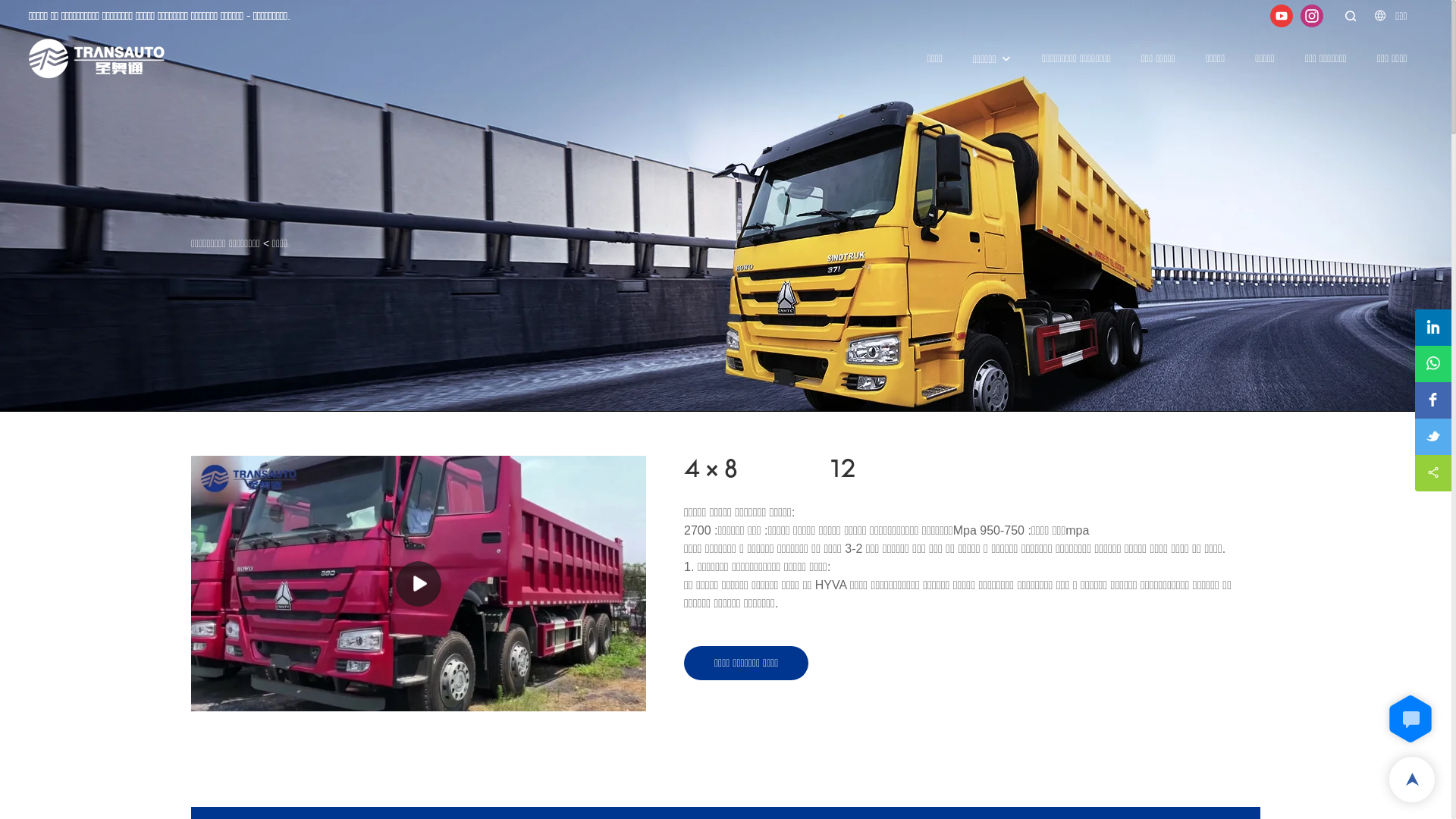 Image resolution: width=1456 pixels, height=819 pixels. I want to click on 'instagram', so click(1310, 14).